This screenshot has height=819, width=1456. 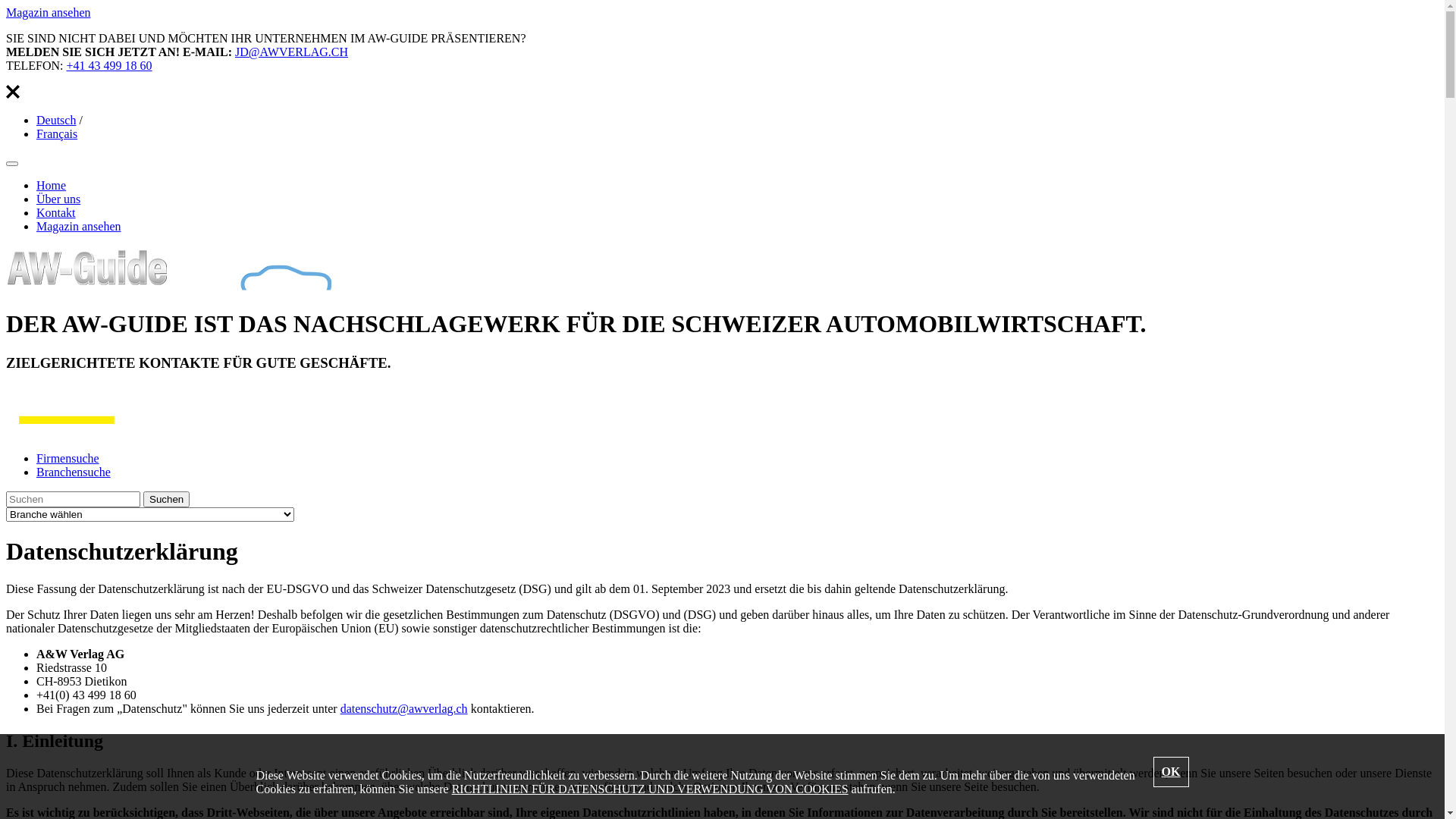 I want to click on 'Magazin ansehen', so click(x=48, y=12).